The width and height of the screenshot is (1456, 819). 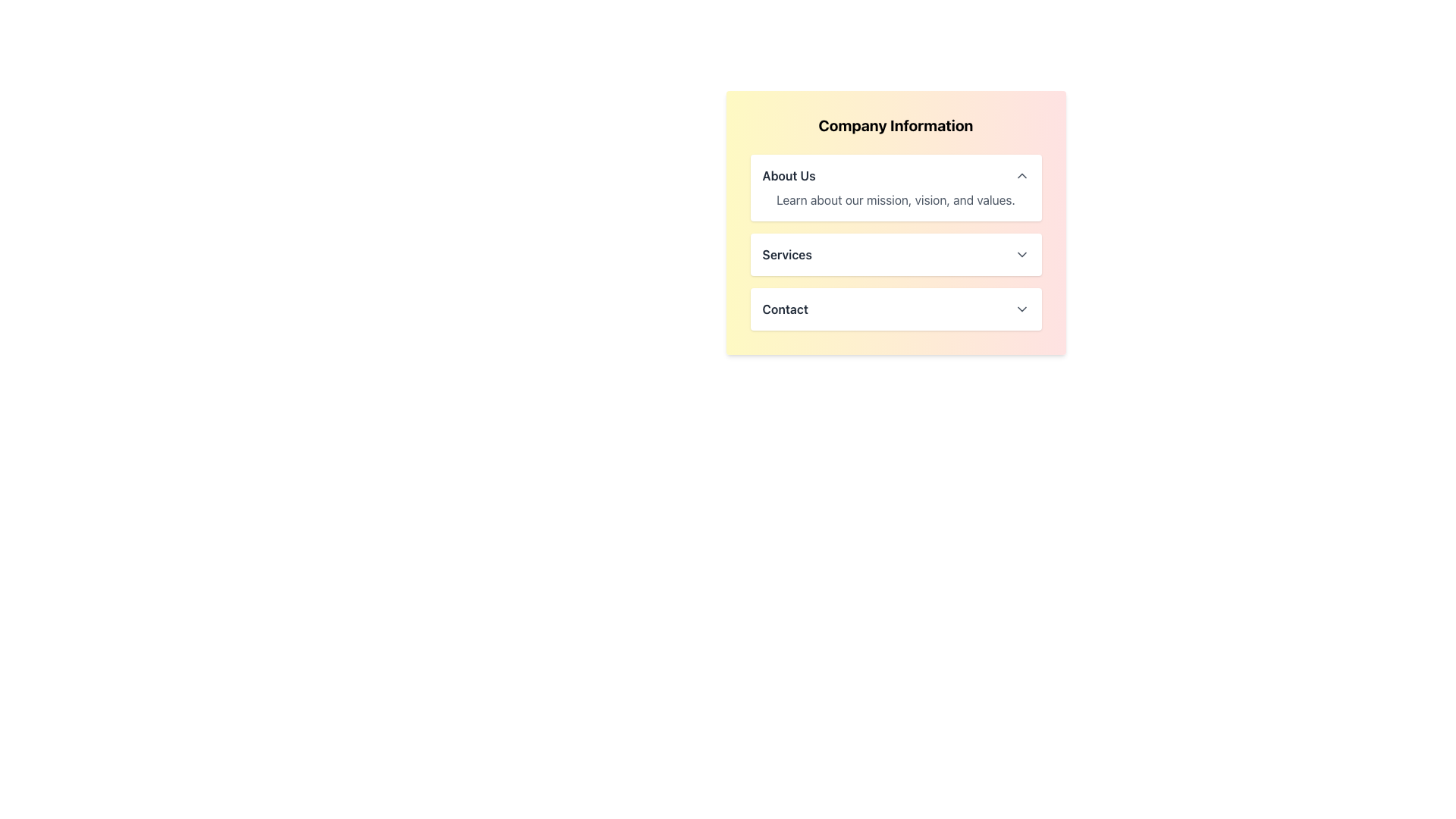 What do you see at coordinates (896, 187) in the screenshot?
I see `the 'About Us' collapsible list item` at bounding box center [896, 187].